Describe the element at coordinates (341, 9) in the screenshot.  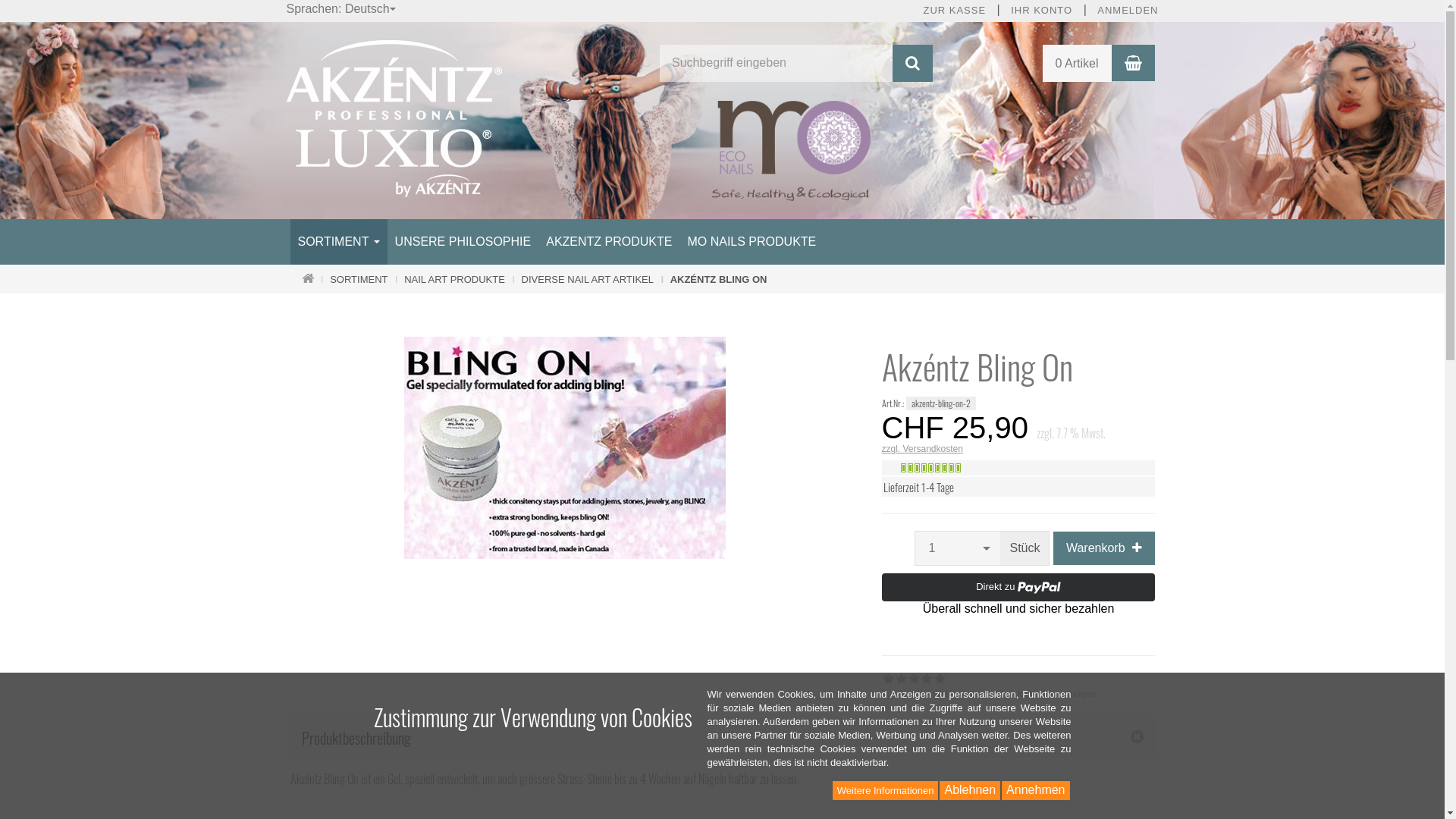
I see `'Sprachen: Deutsch'` at that location.